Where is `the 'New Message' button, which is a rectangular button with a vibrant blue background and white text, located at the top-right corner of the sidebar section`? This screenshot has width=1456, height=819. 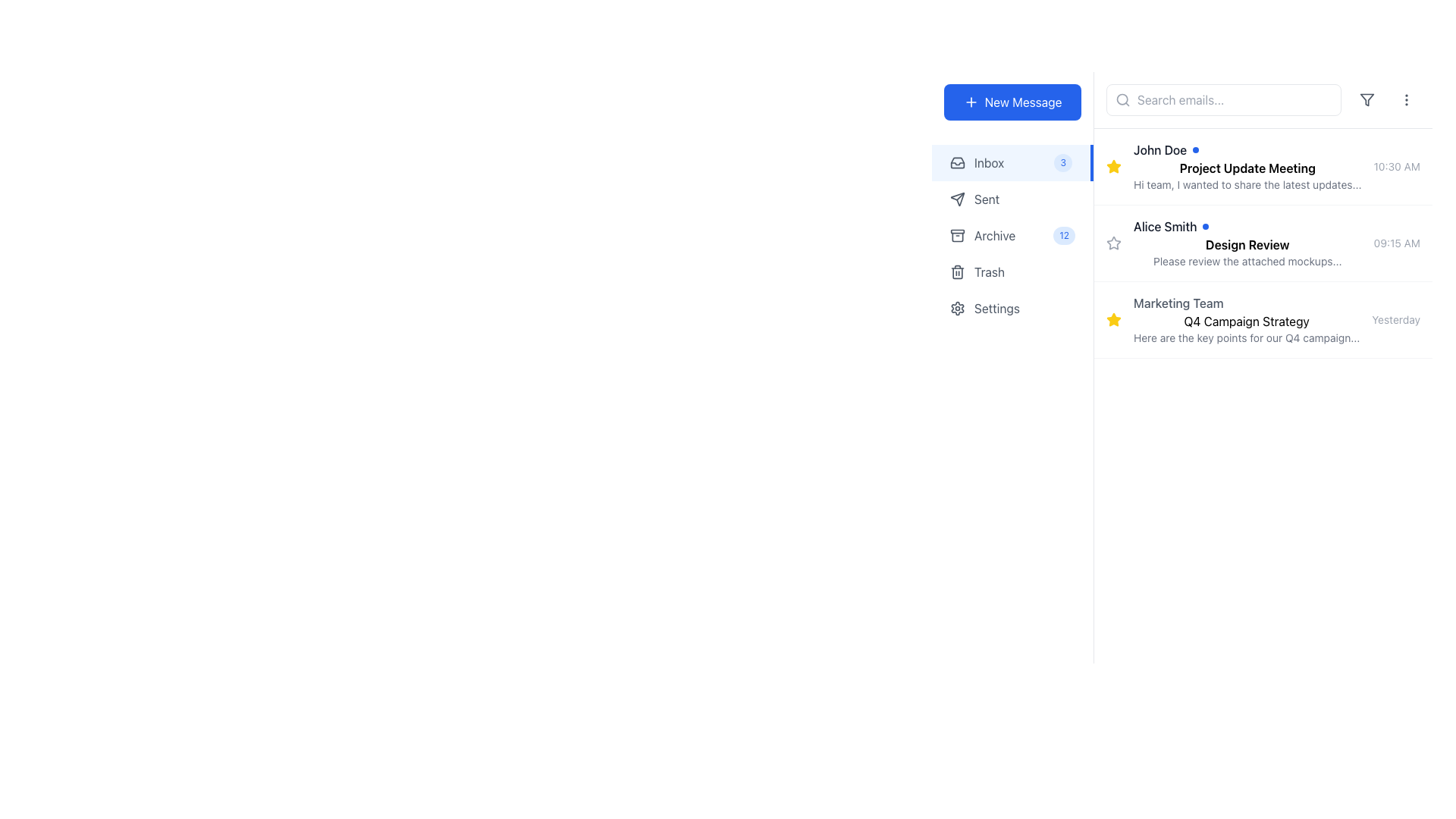 the 'New Message' button, which is a rectangular button with a vibrant blue background and white text, located at the top-right corner of the sidebar section is located at coordinates (1012, 102).